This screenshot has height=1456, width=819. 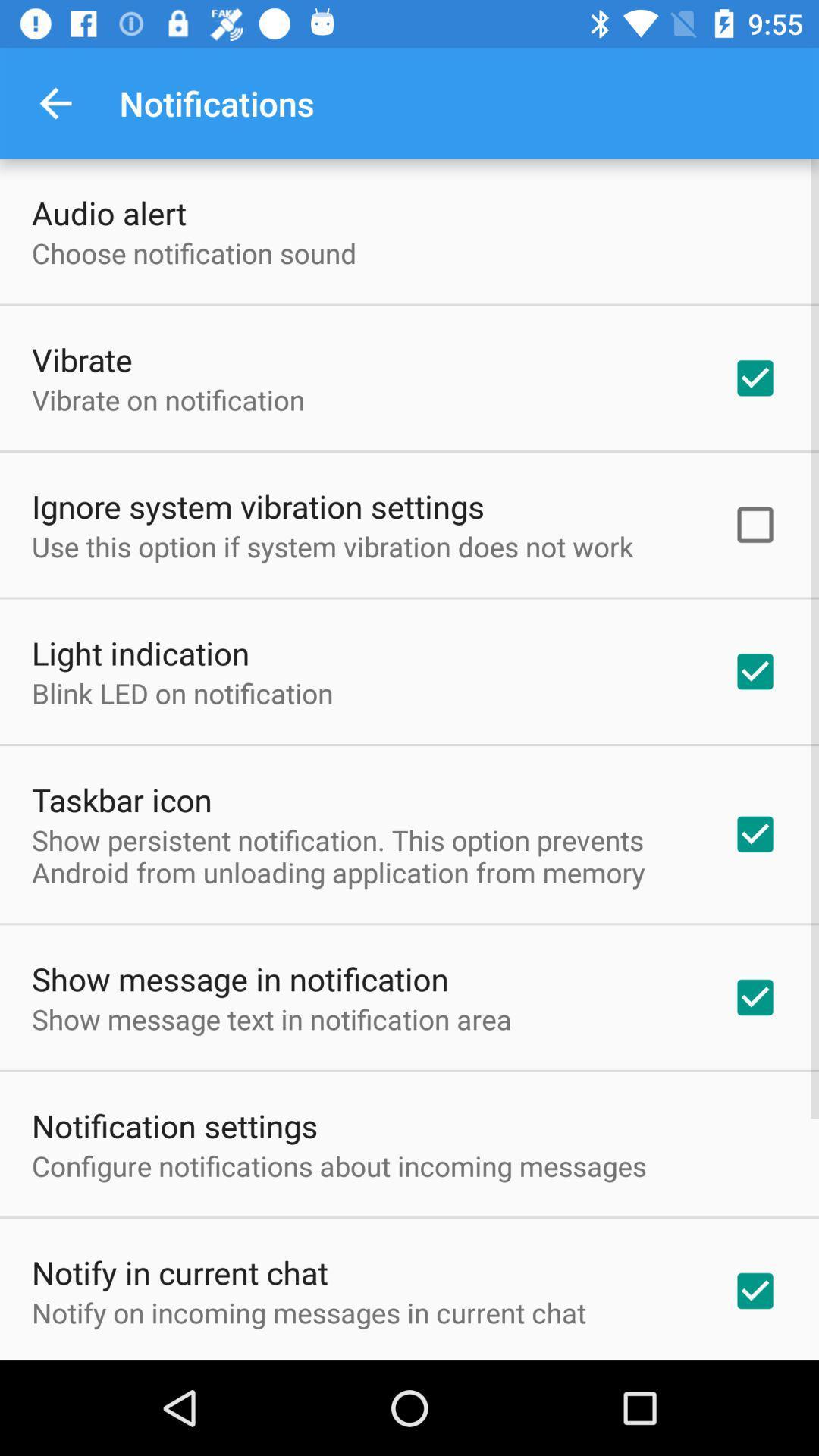 I want to click on the item below notification settings item, so click(x=338, y=1165).